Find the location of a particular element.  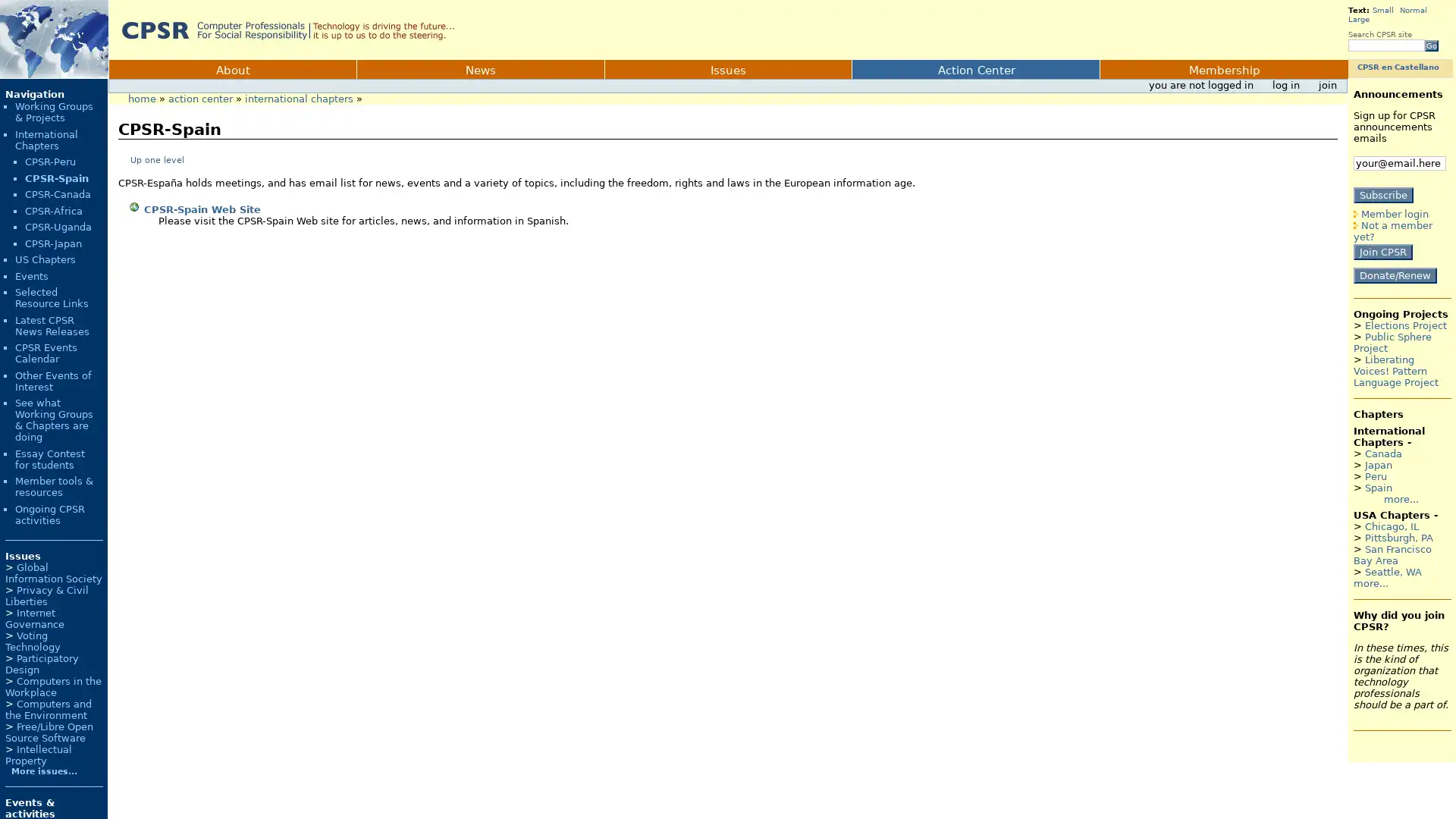

Subscribe is located at coordinates (1382, 193).